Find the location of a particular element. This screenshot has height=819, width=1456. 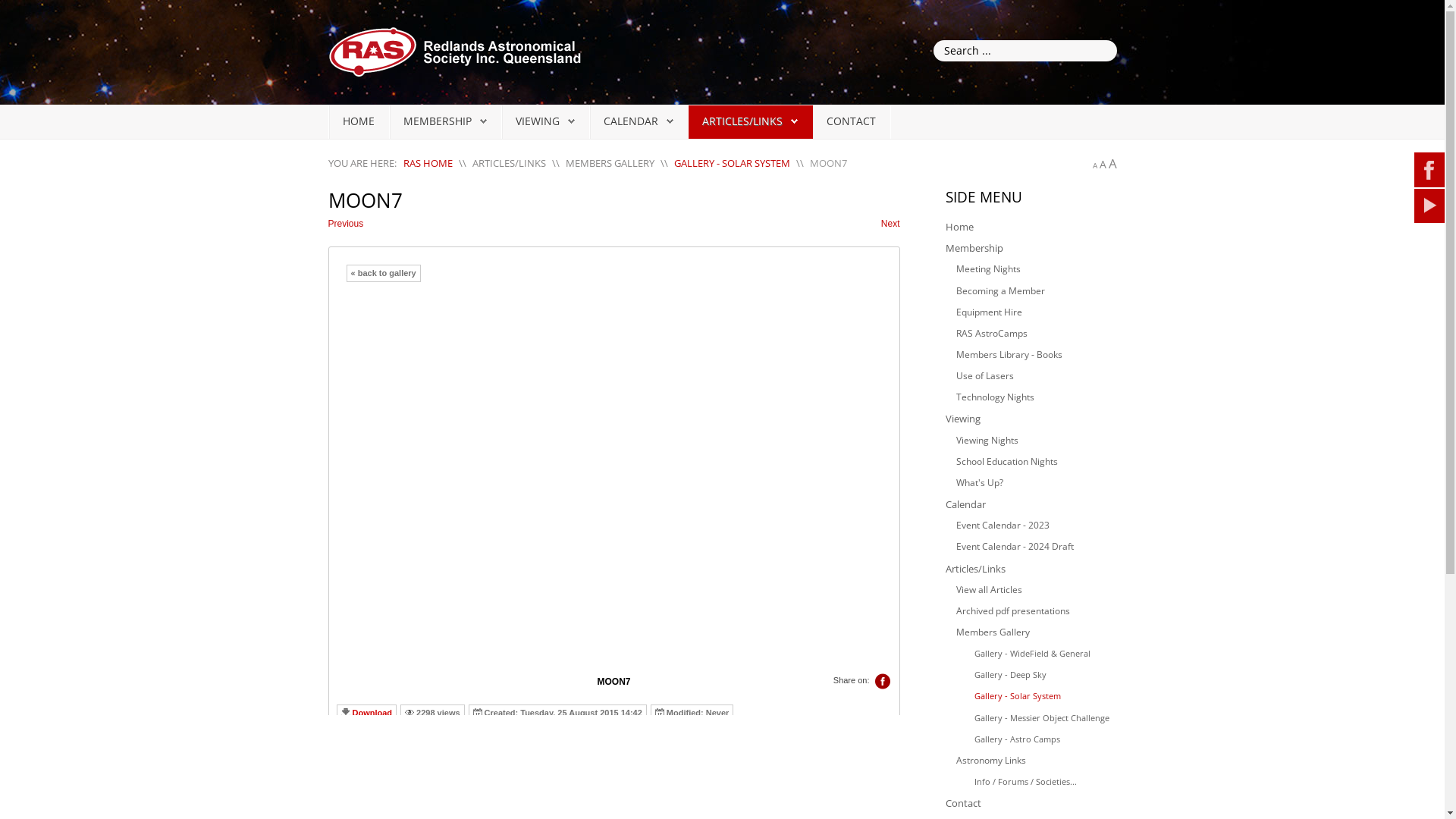

'Meeting Nights' is located at coordinates (1035, 268).